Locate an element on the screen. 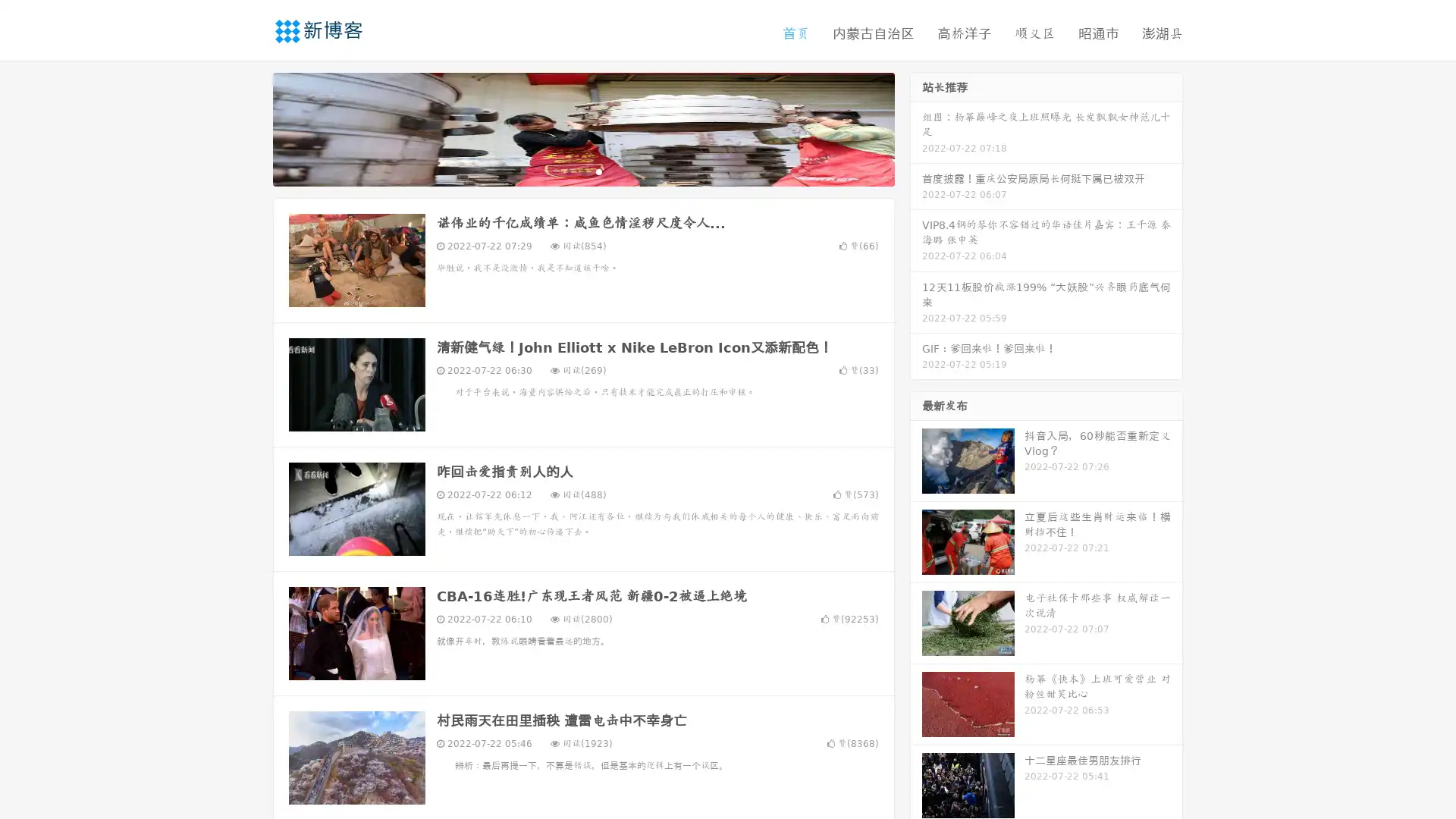 This screenshot has width=1456, height=819. Go to slide 2 is located at coordinates (582, 171).